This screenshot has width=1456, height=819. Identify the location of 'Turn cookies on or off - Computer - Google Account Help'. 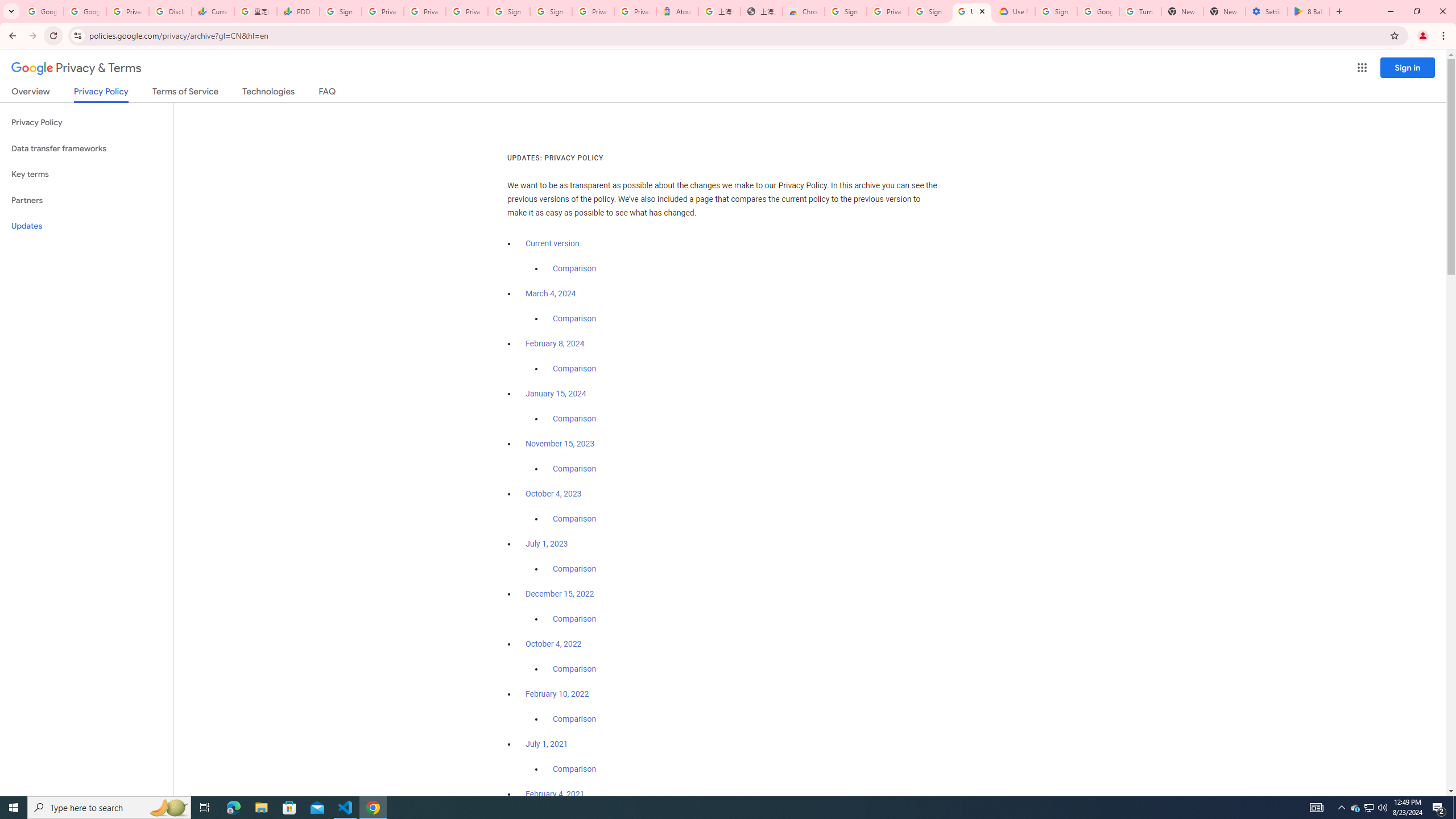
(1139, 11).